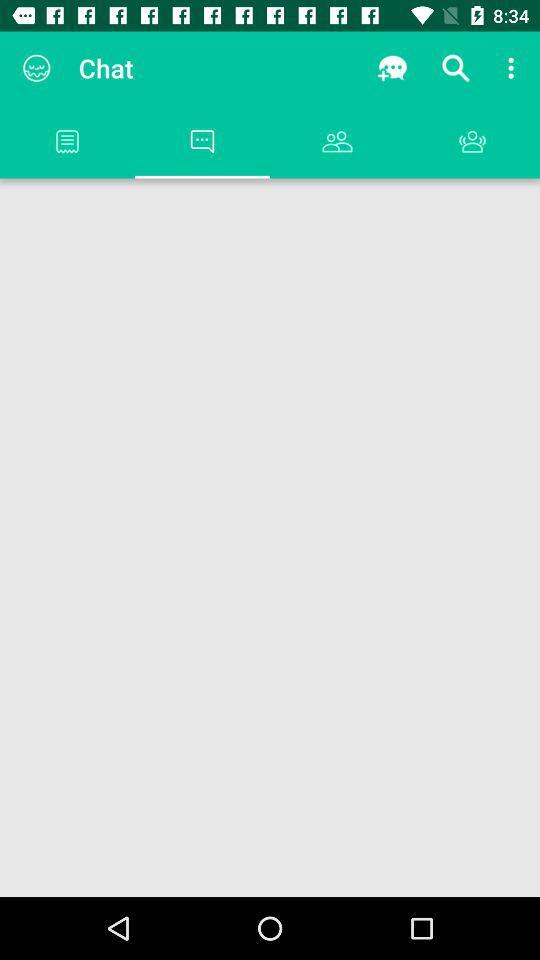 The image size is (540, 960). Describe the element at coordinates (393, 68) in the screenshot. I see `app next to the chat icon` at that location.